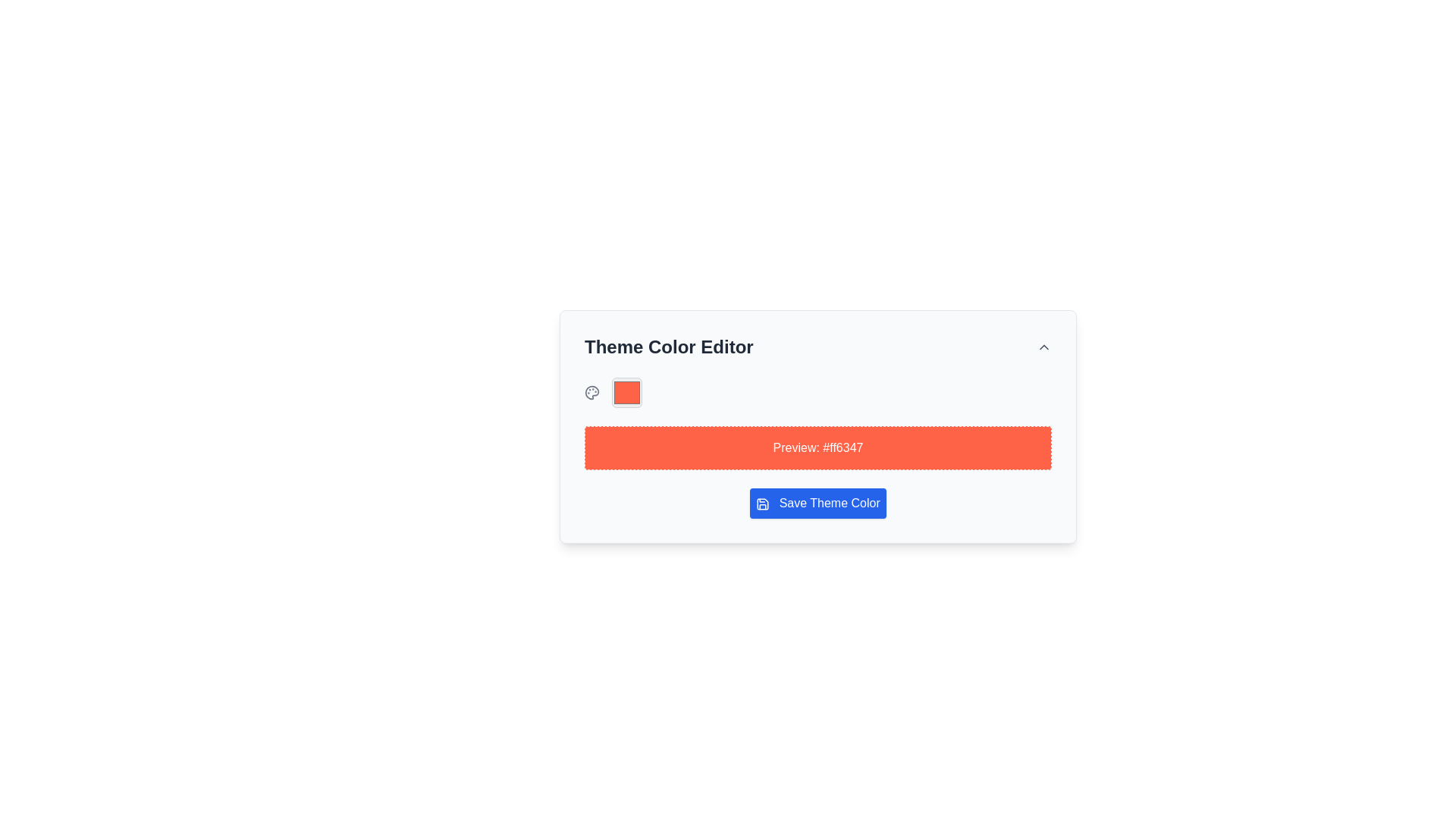 This screenshot has height=819, width=1456. I want to click on the chevron icon button located at the rightmost side of the header row, next to the 'Theme Color Editor' title, so click(1043, 347).